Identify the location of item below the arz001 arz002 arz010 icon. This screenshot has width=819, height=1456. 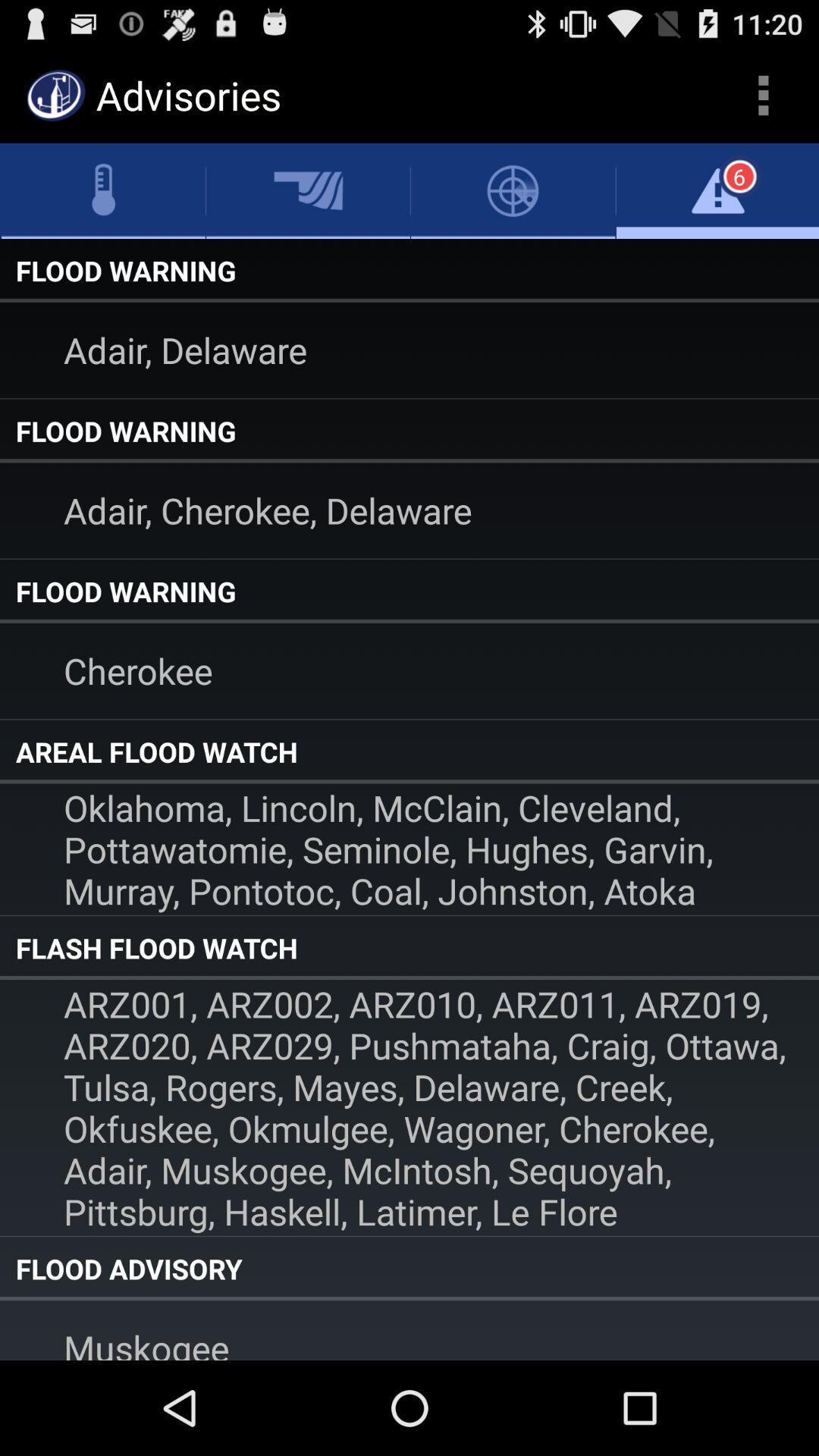
(409, 1269).